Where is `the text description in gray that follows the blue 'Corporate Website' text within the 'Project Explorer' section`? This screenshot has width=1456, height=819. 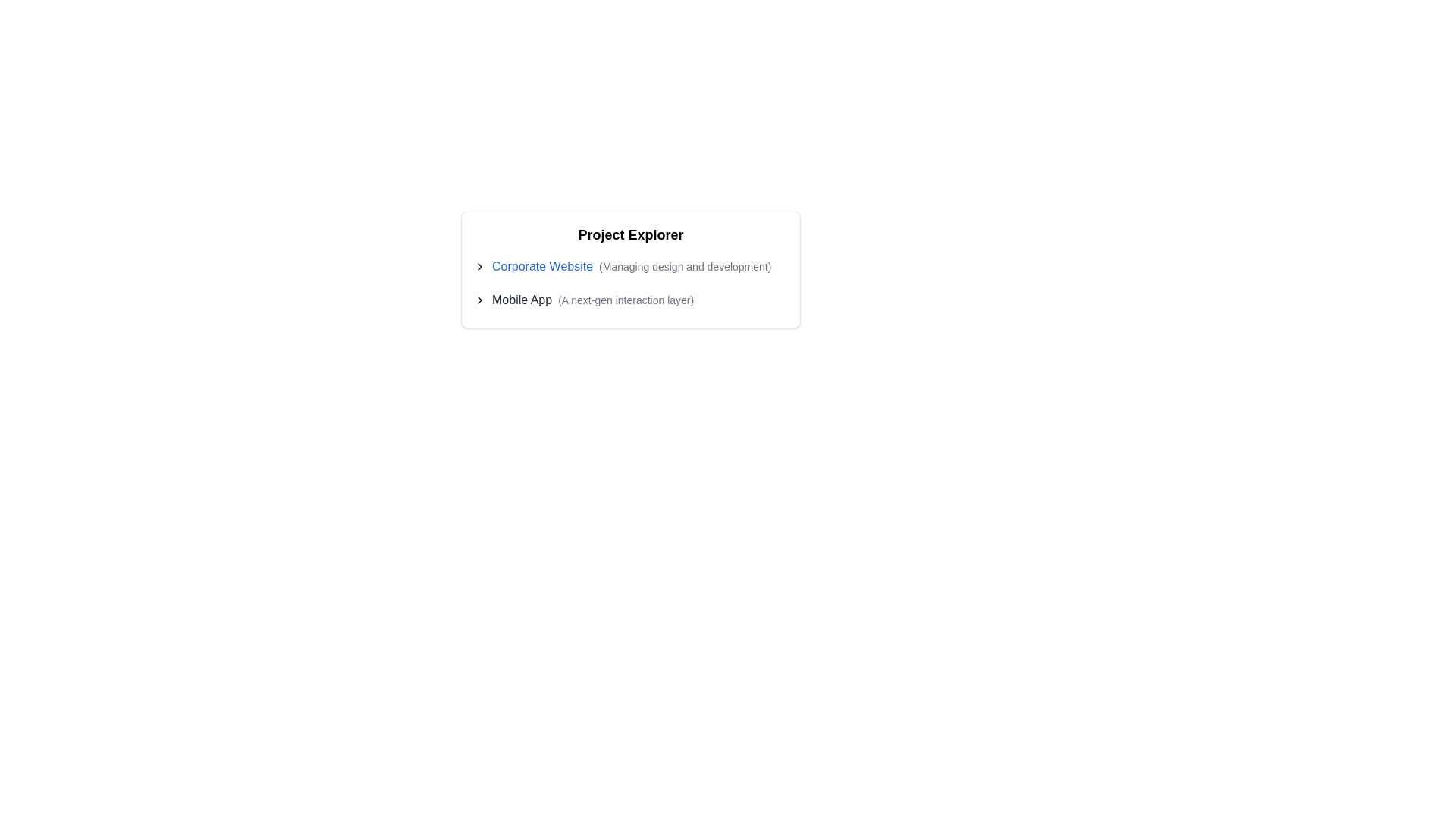
the text description in gray that follows the blue 'Corporate Website' text within the 'Project Explorer' section is located at coordinates (684, 265).